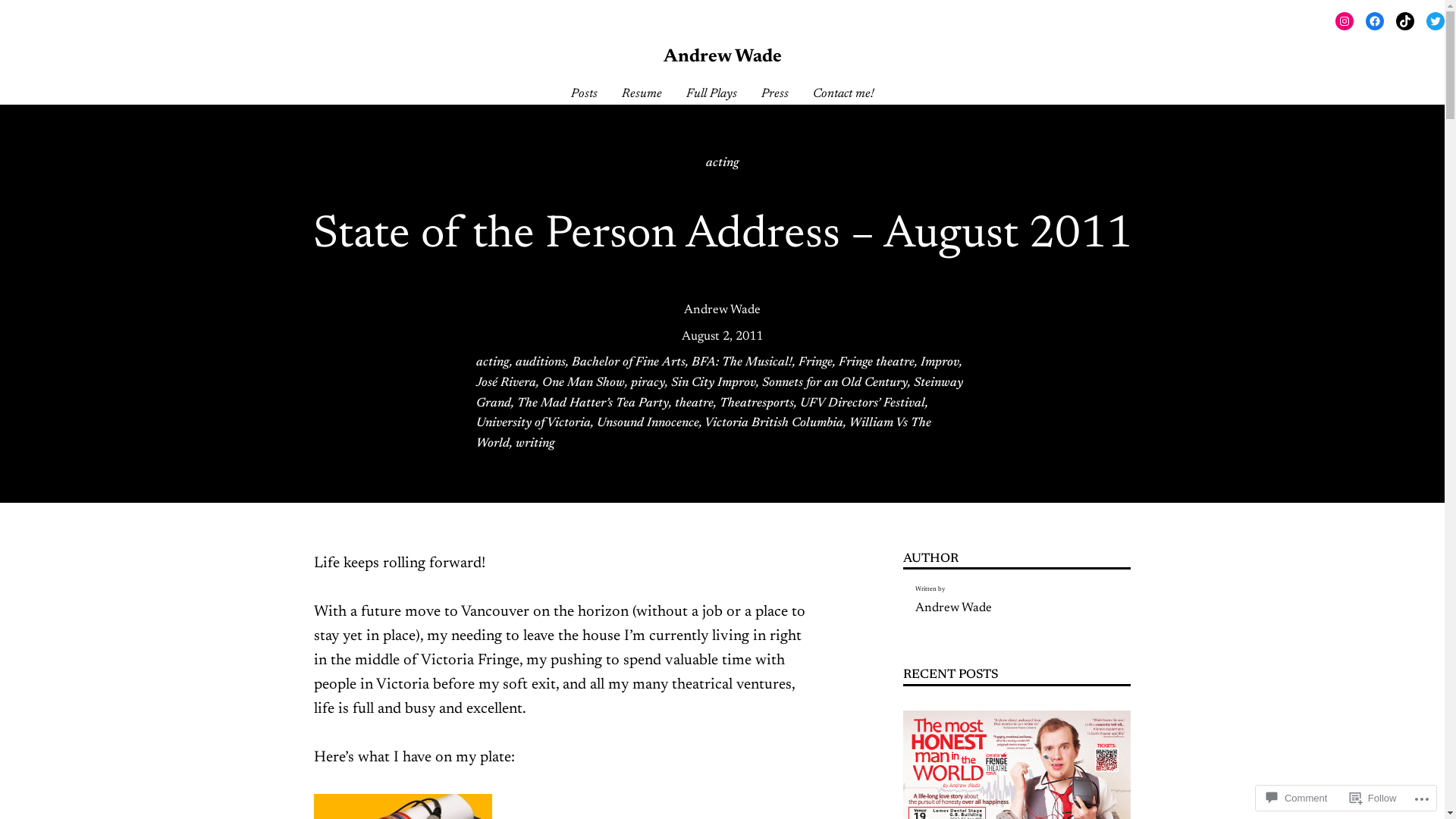 The height and width of the screenshot is (819, 1456). I want to click on 'William Vs The World', so click(475, 433).